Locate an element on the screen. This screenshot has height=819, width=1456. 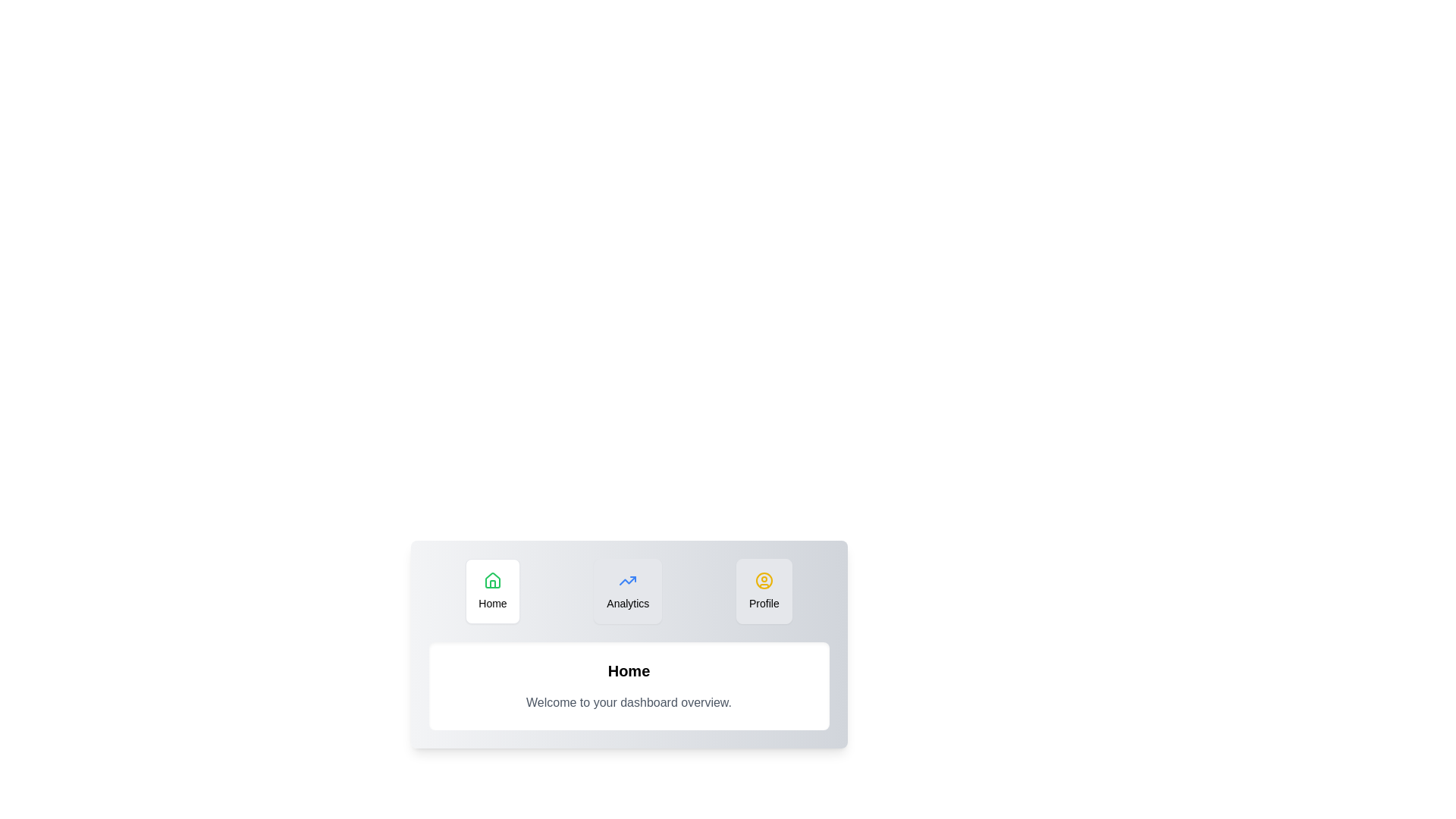
the Analytics tab by clicking on its button is located at coordinates (628, 590).